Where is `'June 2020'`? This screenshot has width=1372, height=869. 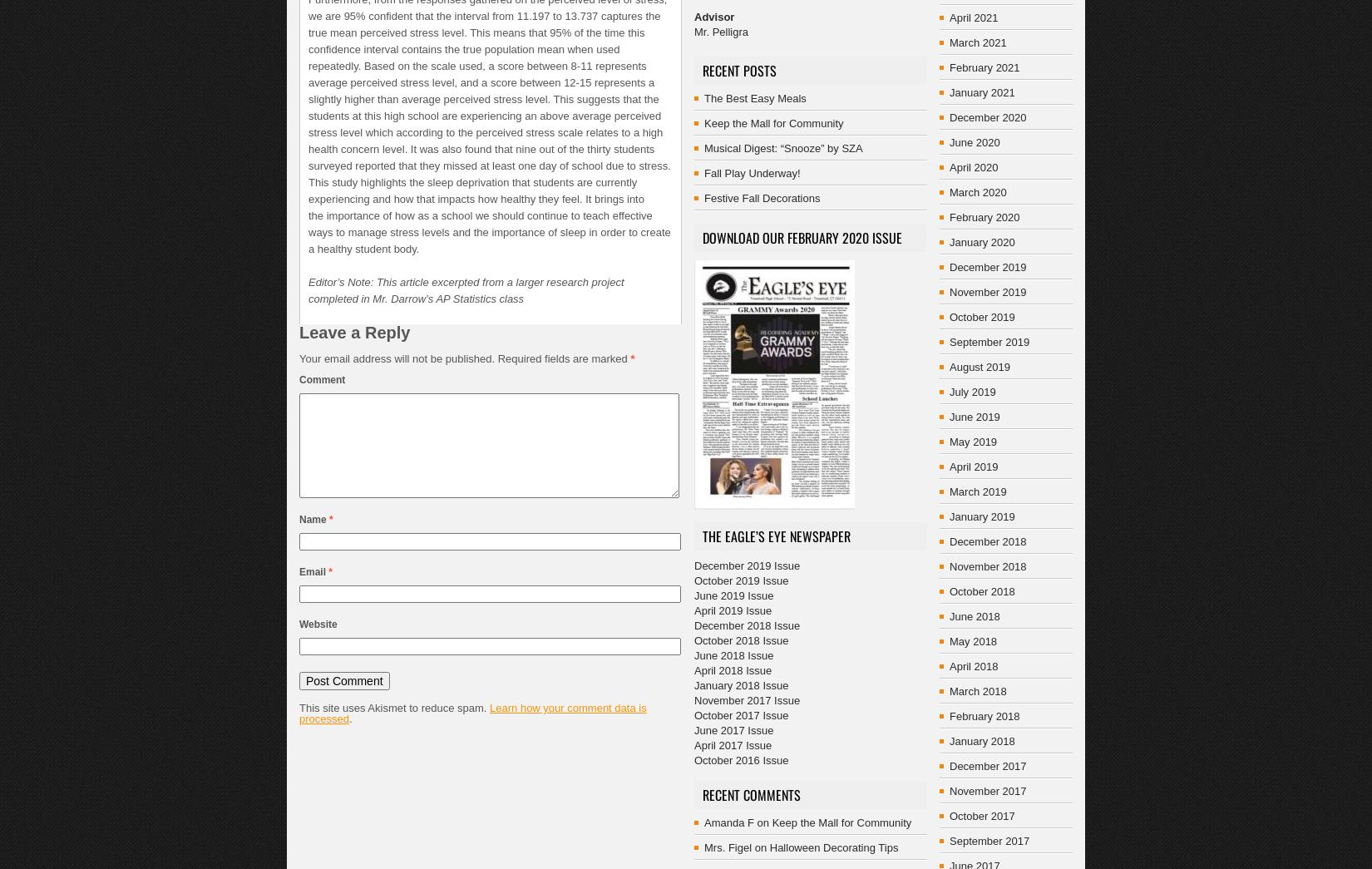 'June 2020' is located at coordinates (974, 141).